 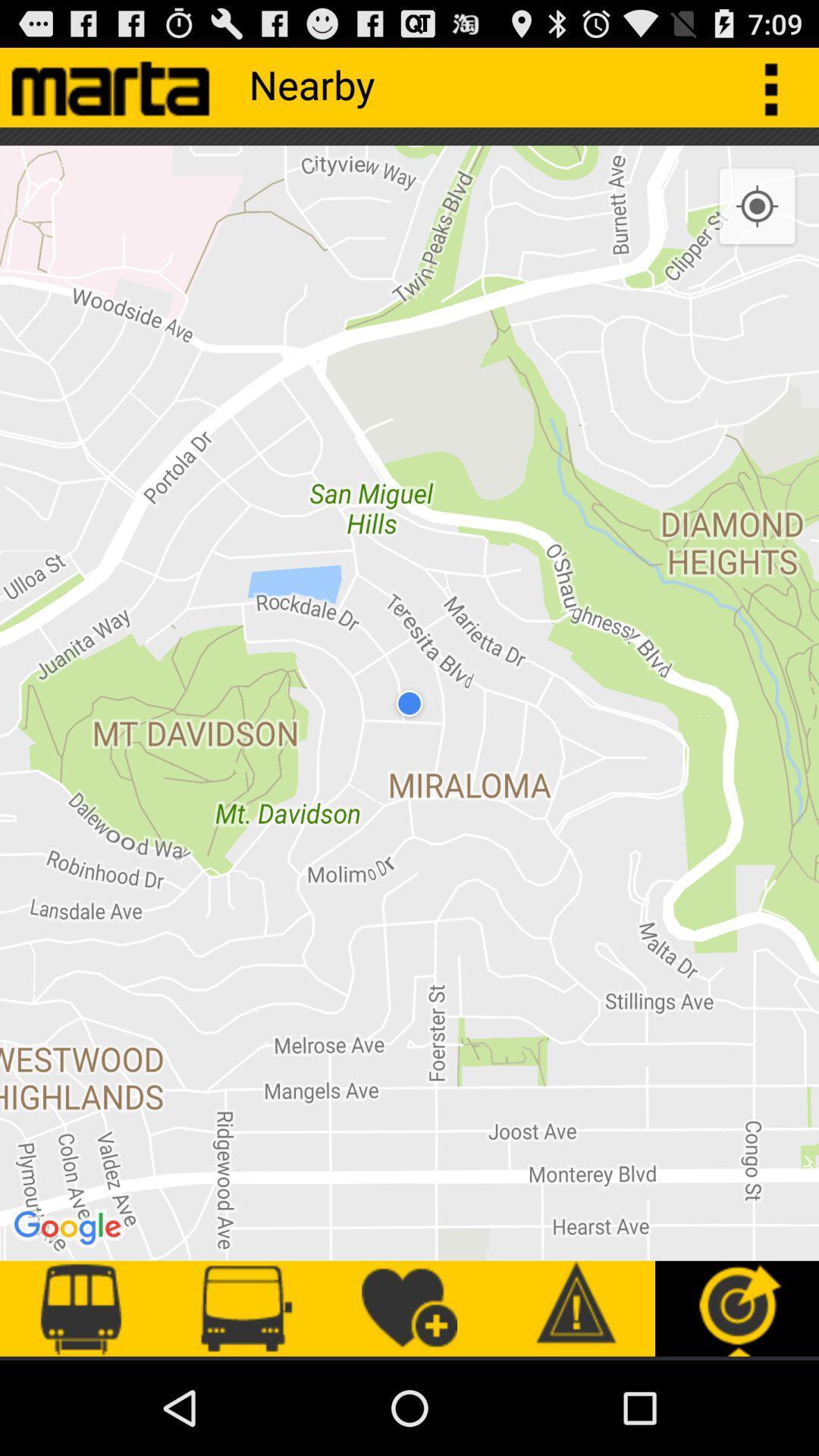 What do you see at coordinates (757, 221) in the screenshot?
I see `the location_crosshair icon` at bounding box center [757, 221].